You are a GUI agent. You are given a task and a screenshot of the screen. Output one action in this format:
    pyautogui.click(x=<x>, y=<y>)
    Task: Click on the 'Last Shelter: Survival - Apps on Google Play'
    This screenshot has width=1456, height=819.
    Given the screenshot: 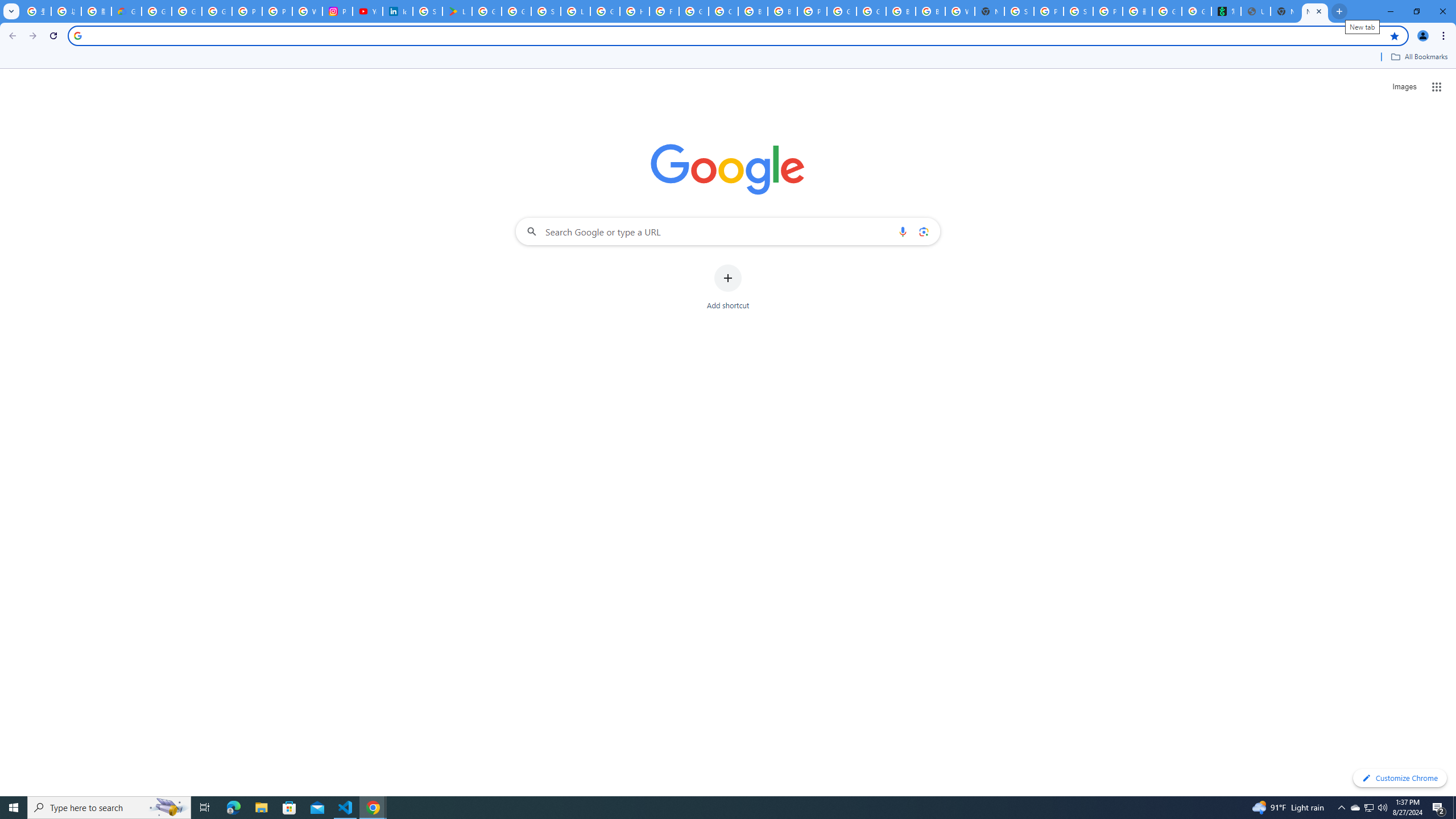 What is the action you would take?
    pyautogui.click(x=457, y=11)
    